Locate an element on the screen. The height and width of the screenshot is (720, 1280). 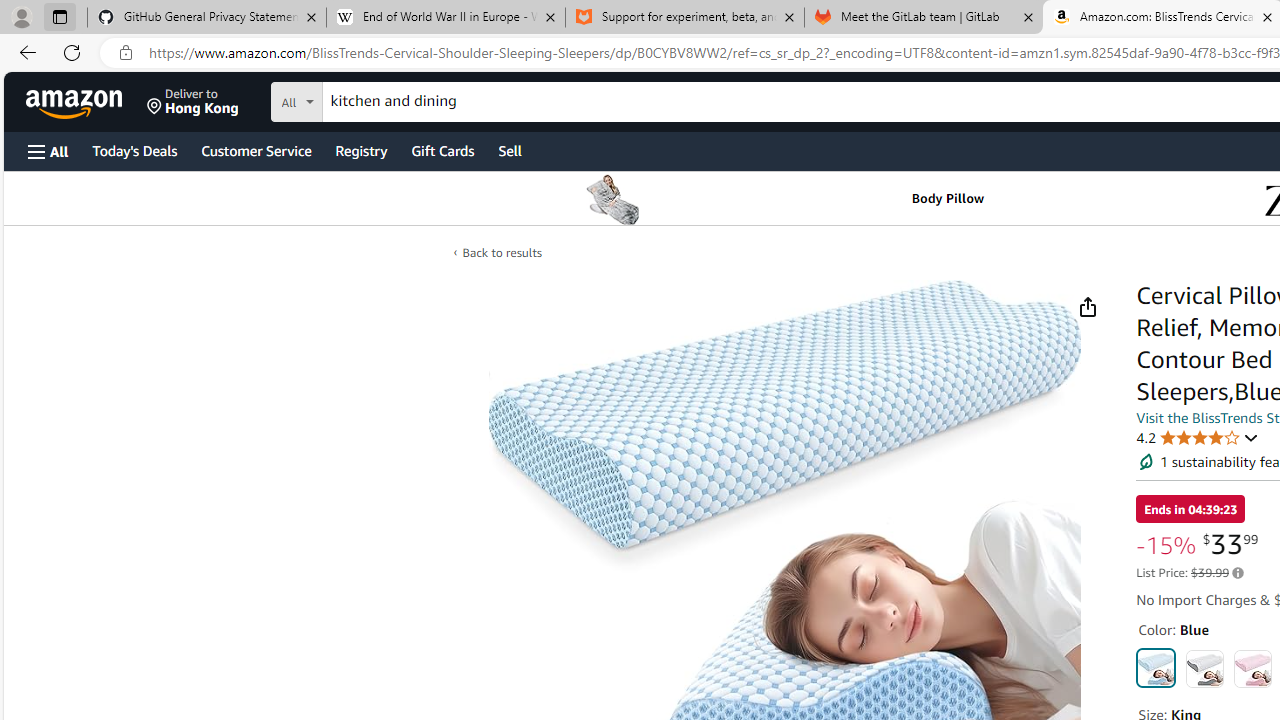
'Back to results' is located at coordinates (501, 252).